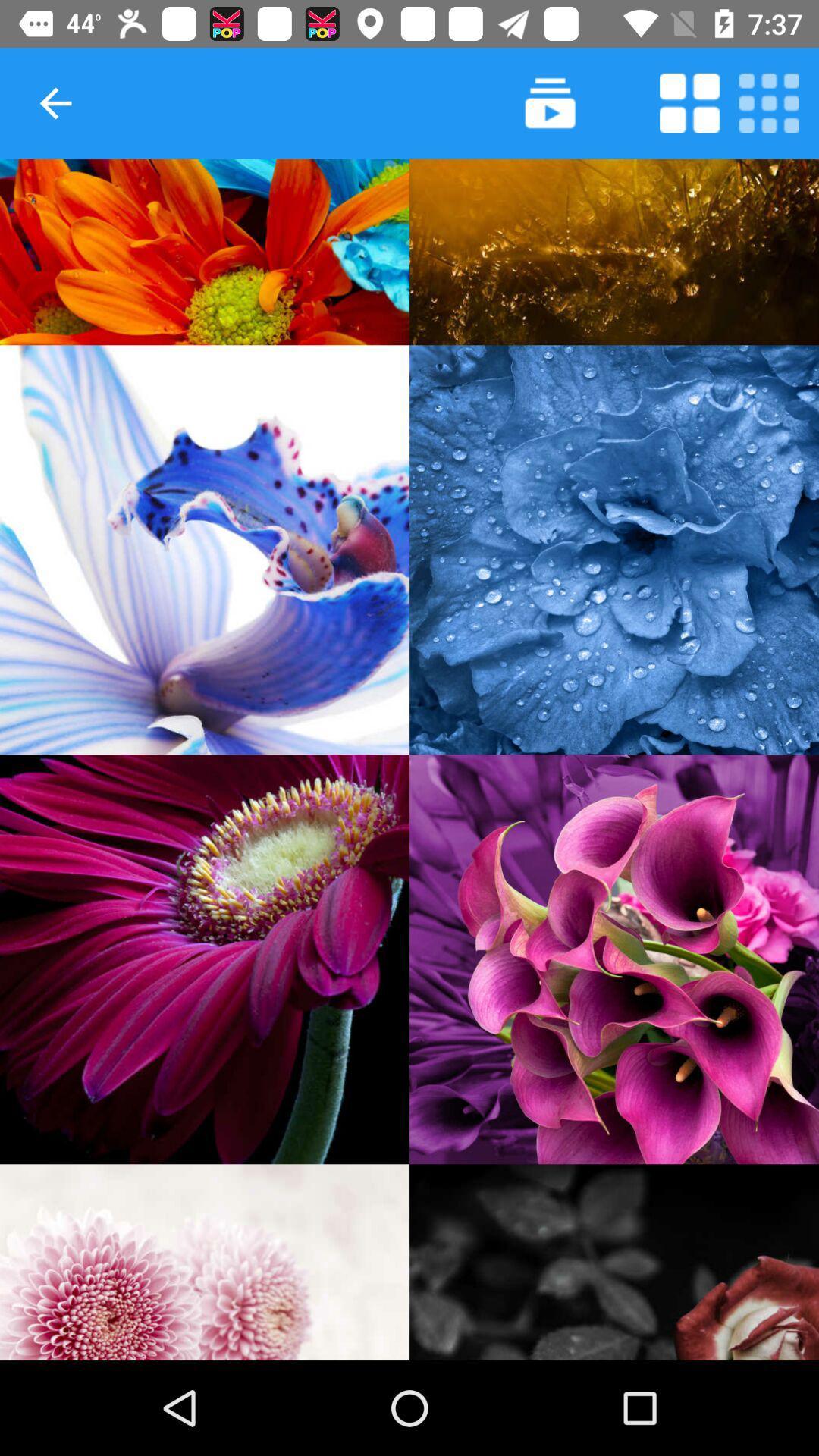  Describe the element at coordinates (205, 959) in the screenshot. I see `larger photo` at that location.